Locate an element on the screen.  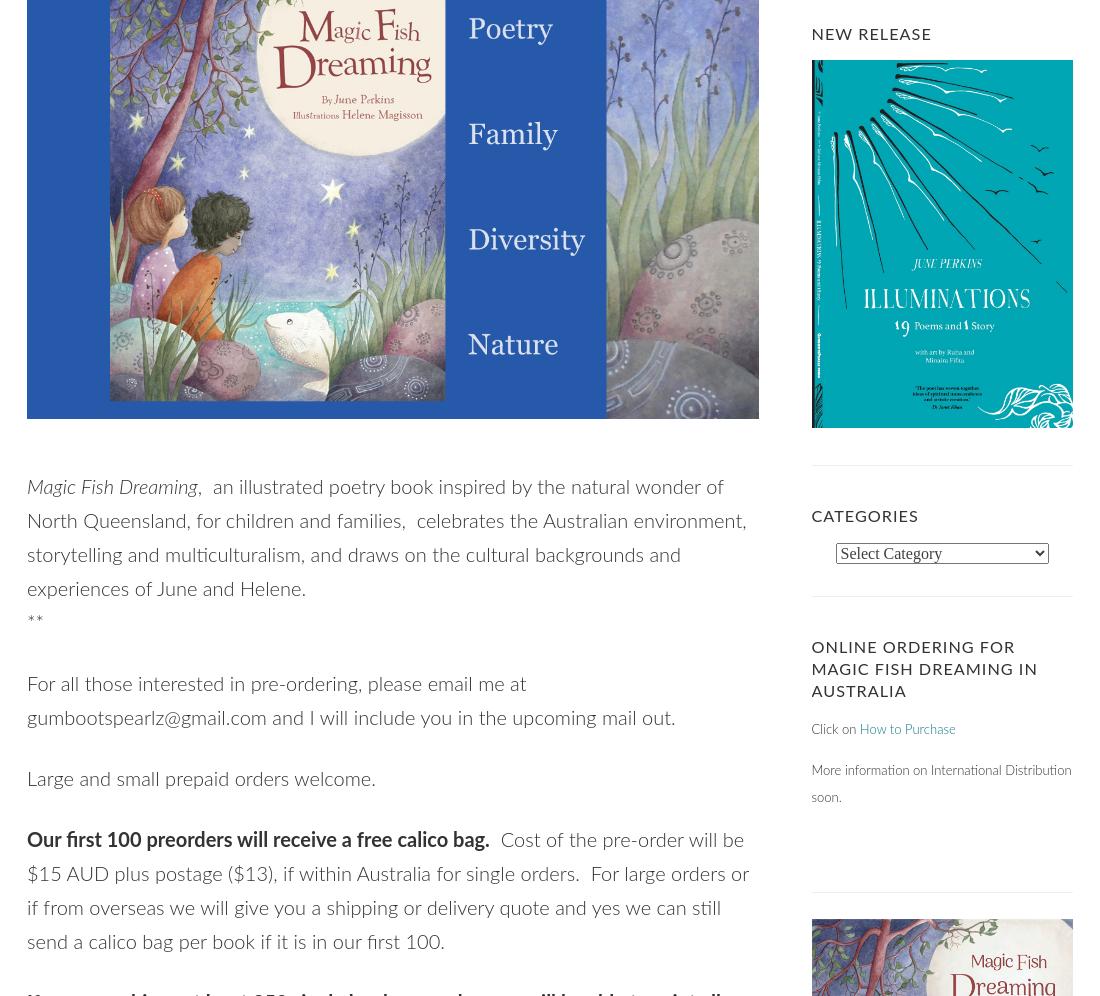
'How to Purchase' is located at coordinates (906, 729).